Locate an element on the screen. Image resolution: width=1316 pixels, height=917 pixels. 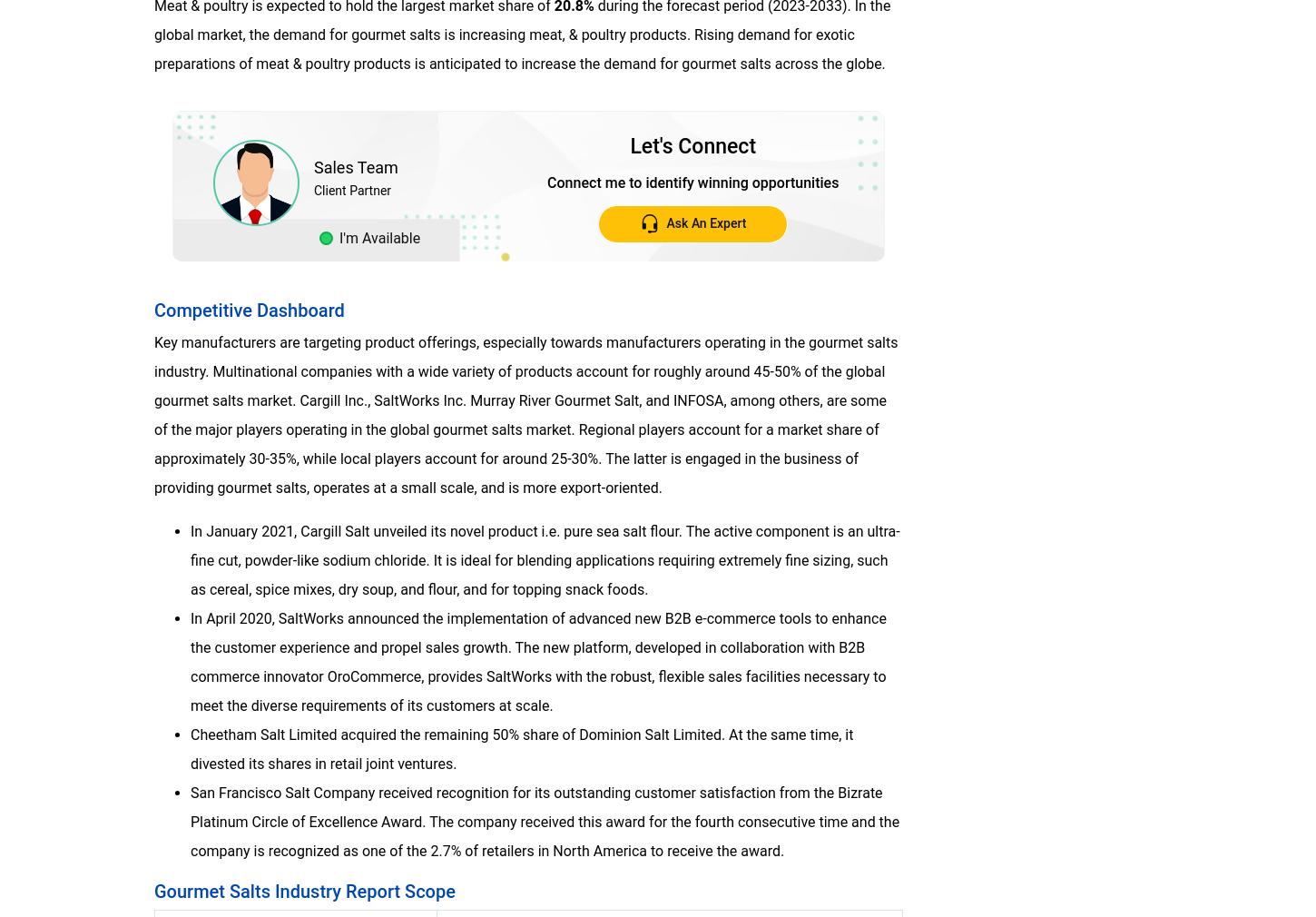
'Gourmet Salts Industry Report Scope' is located at coordinates (304, 891).